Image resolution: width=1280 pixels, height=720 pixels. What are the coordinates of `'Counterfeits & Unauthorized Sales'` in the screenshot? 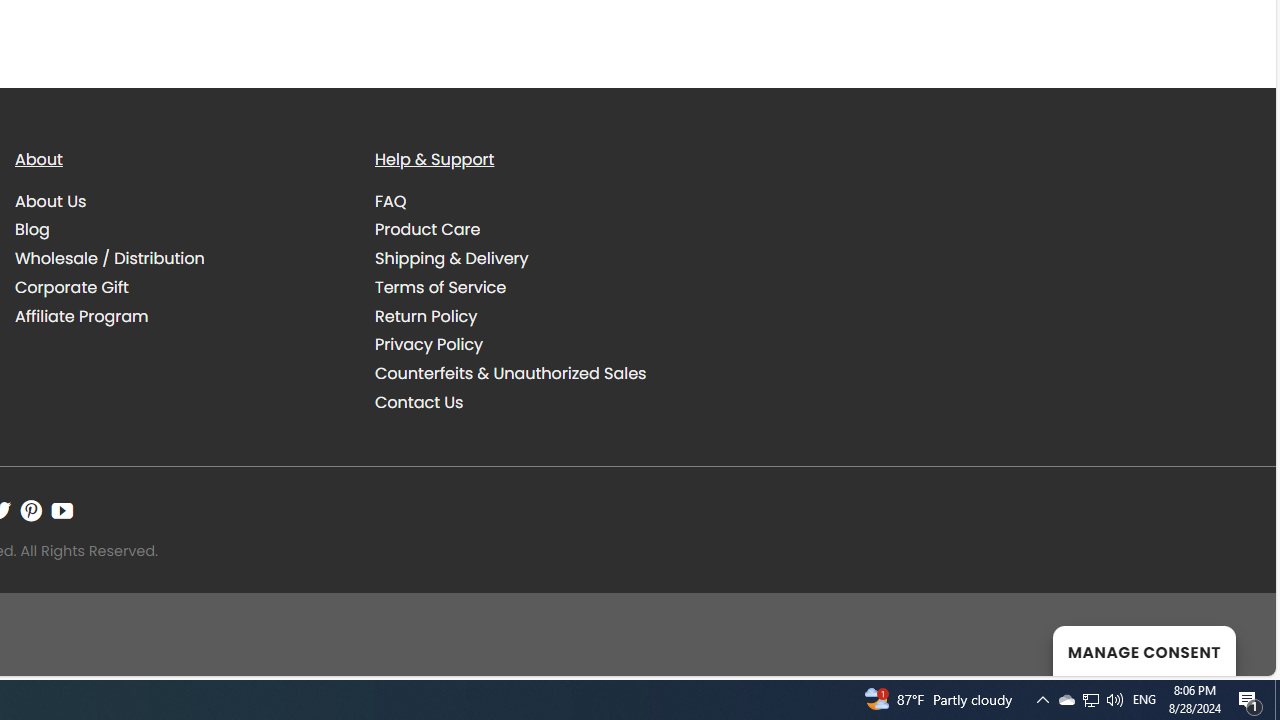 It's located at (540, 374).